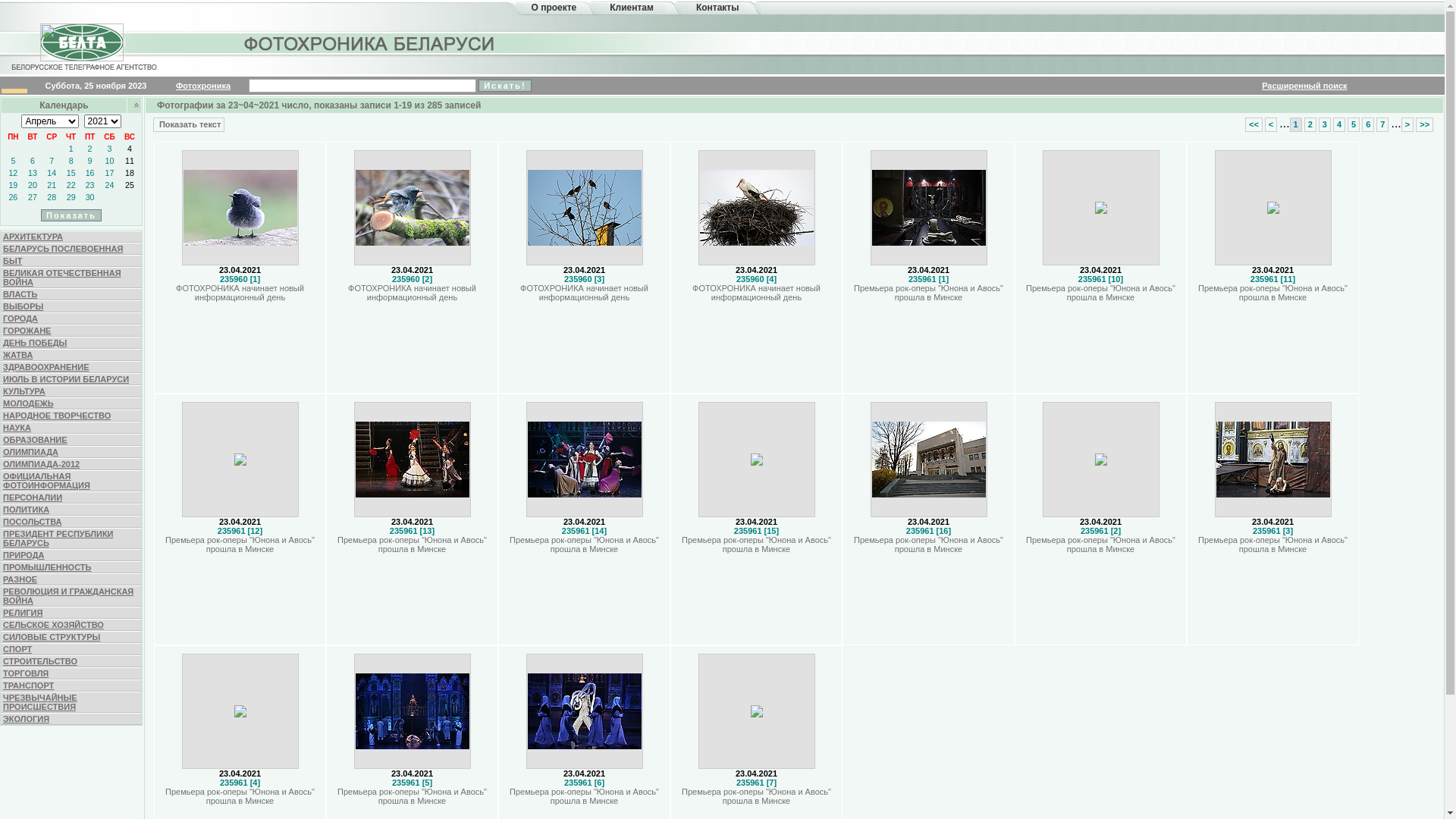 The height and width of the screenshot is (819, 1456). I want to click on '10', so click(108, 161).